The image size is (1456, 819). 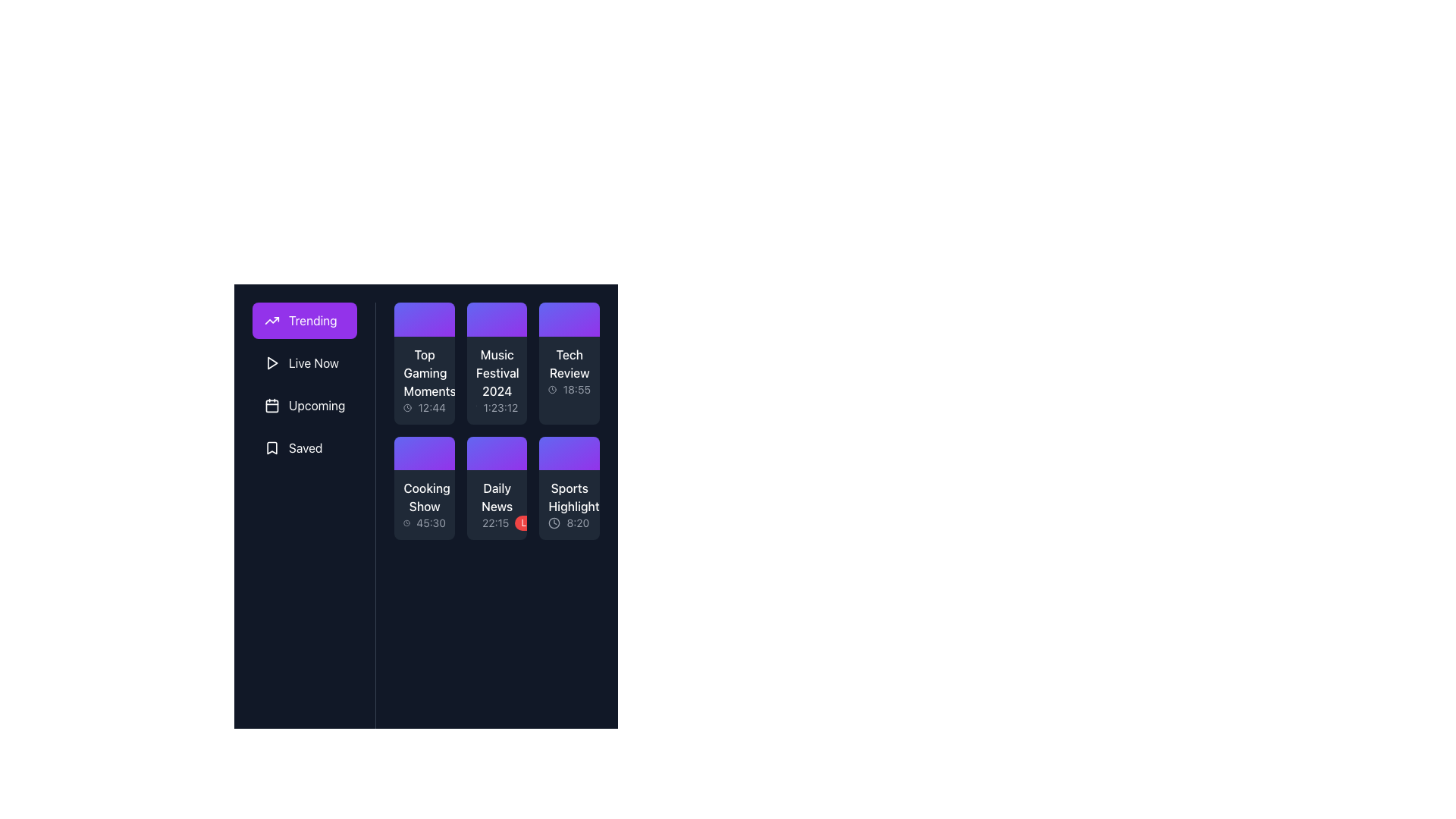 I want to click on the text label displaying the duration or start time for the 'Daily News' content, which is right-aligned to the 'LIVE' badge in the second row, second column of the grid layout, so click(x=495, y=522).